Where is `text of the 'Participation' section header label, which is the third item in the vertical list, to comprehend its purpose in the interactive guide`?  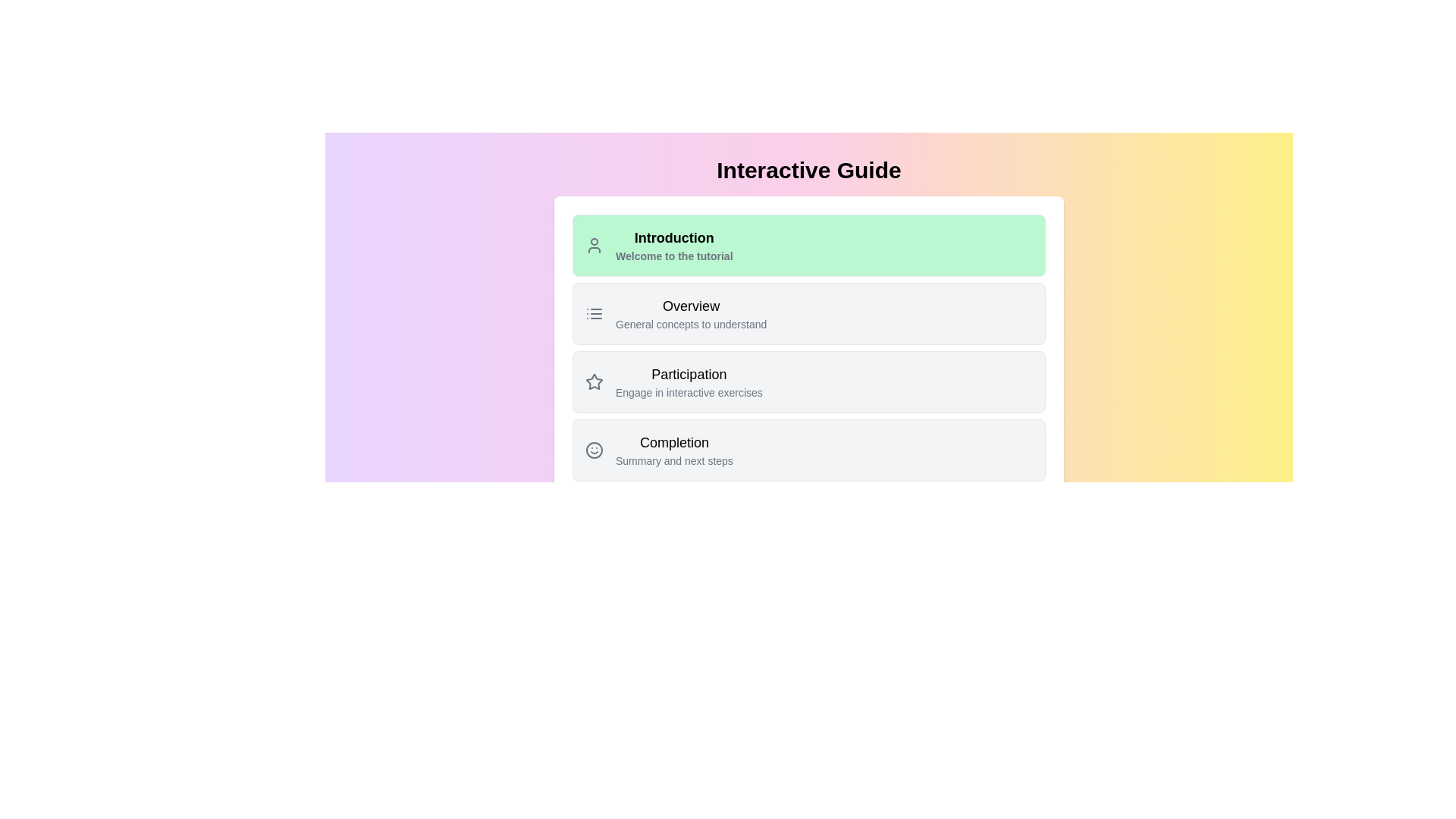
text of the 'Participation' section header label, which is the third item in the vertical list, to comprehend its purpose in the interactive guide is located at coordinates (688, 381).